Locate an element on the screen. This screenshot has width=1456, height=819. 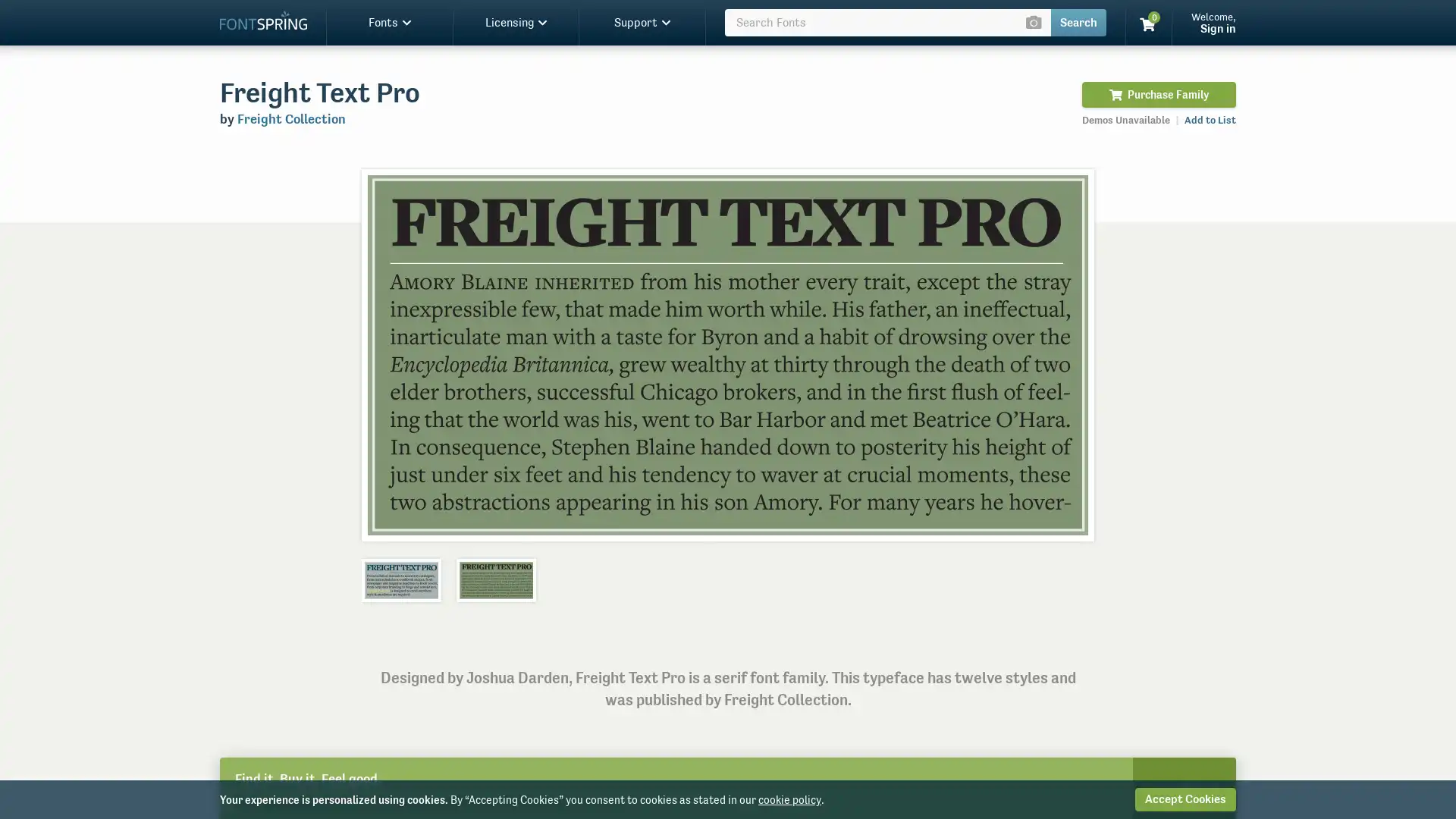
Purchase Family is located at coordinates (1158, 94).